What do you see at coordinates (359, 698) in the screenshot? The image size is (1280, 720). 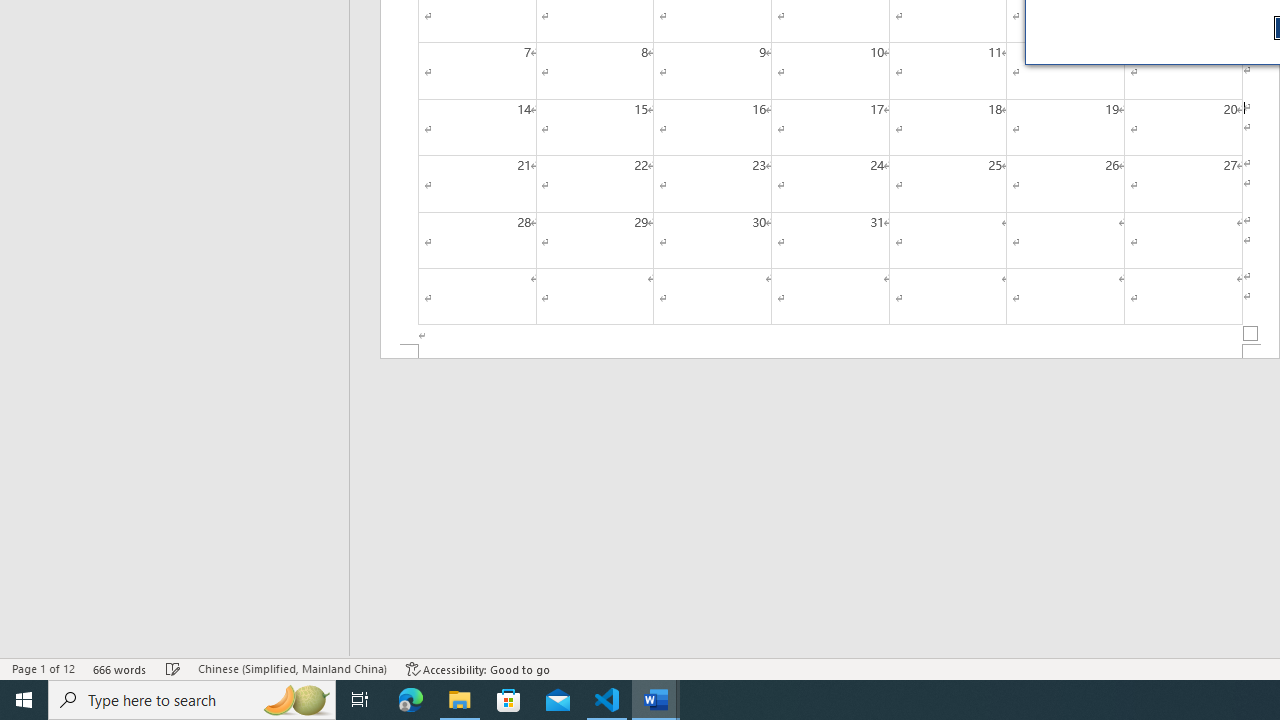 I see `'Task View'` at bounding box center [359, 698].